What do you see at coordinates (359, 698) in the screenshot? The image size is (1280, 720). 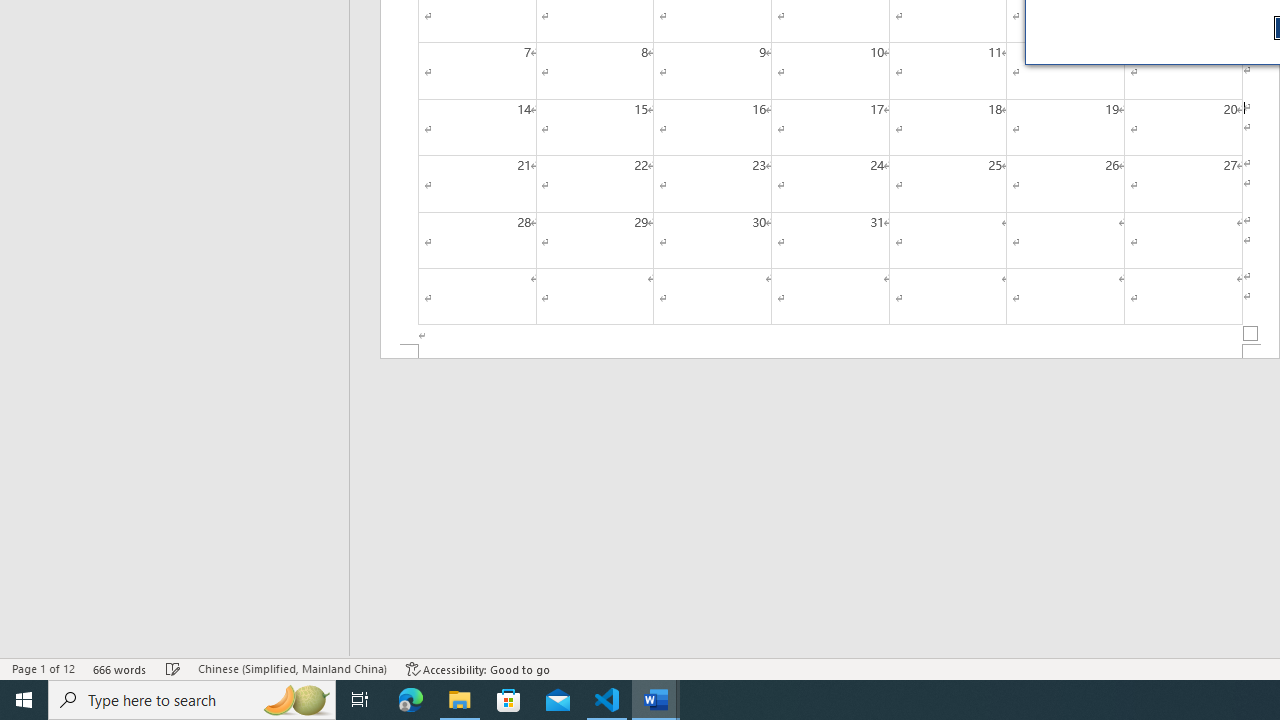 I see `'Task View'` at bounding box center [359, 698].